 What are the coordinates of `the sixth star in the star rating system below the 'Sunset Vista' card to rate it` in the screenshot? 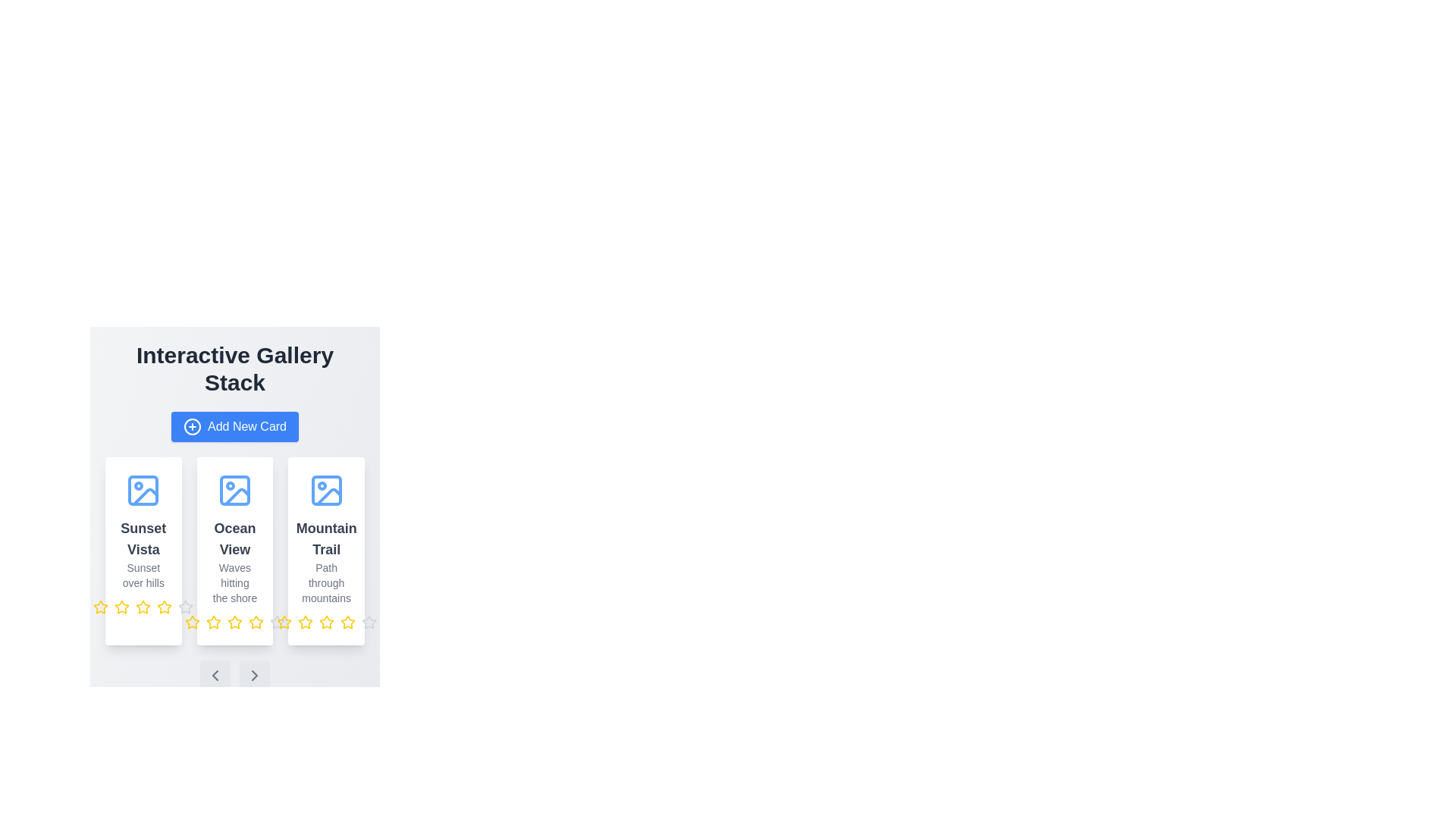 It's located at (165, 607).